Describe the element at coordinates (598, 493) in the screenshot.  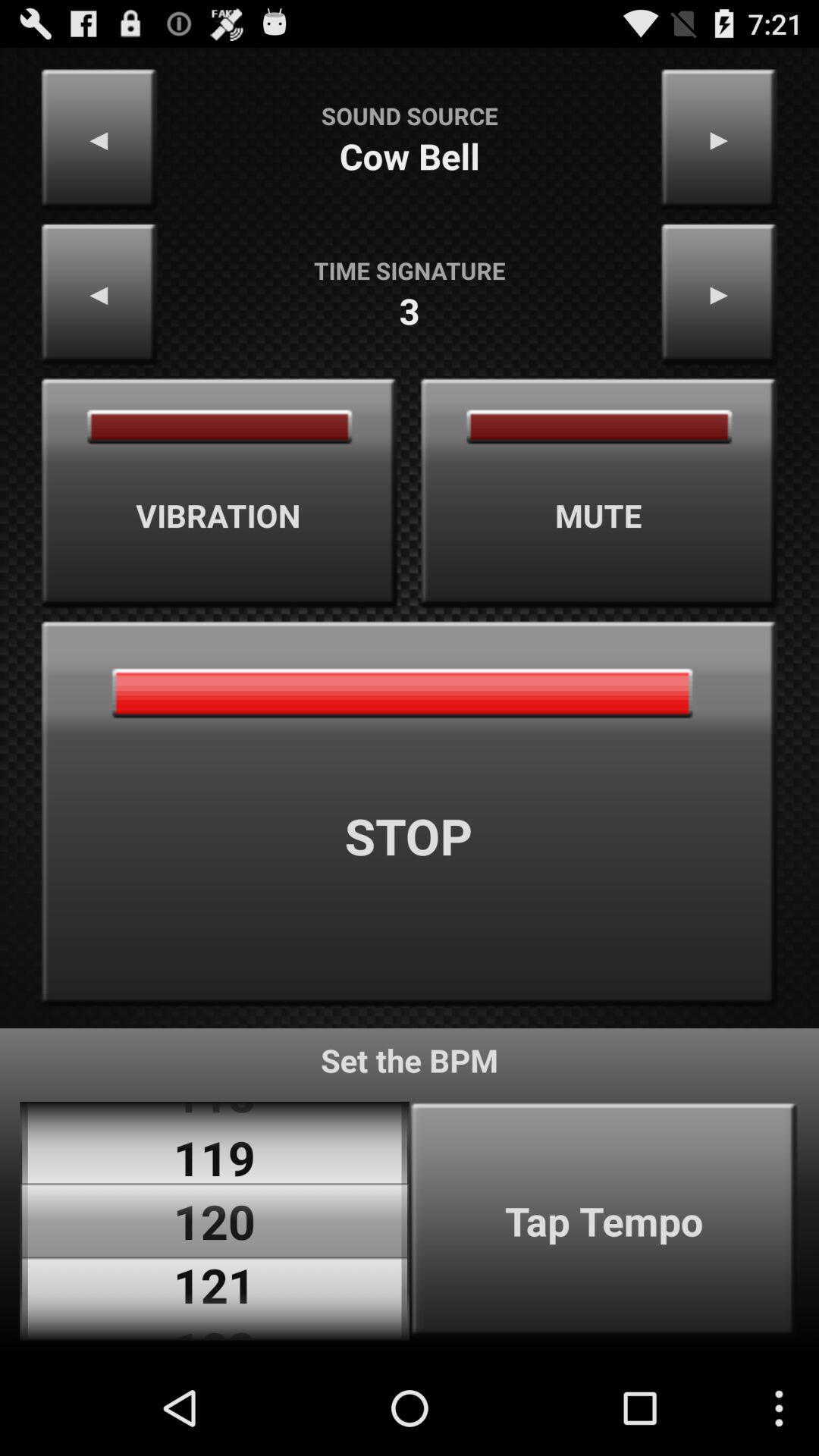
I see `the mute` at that location.